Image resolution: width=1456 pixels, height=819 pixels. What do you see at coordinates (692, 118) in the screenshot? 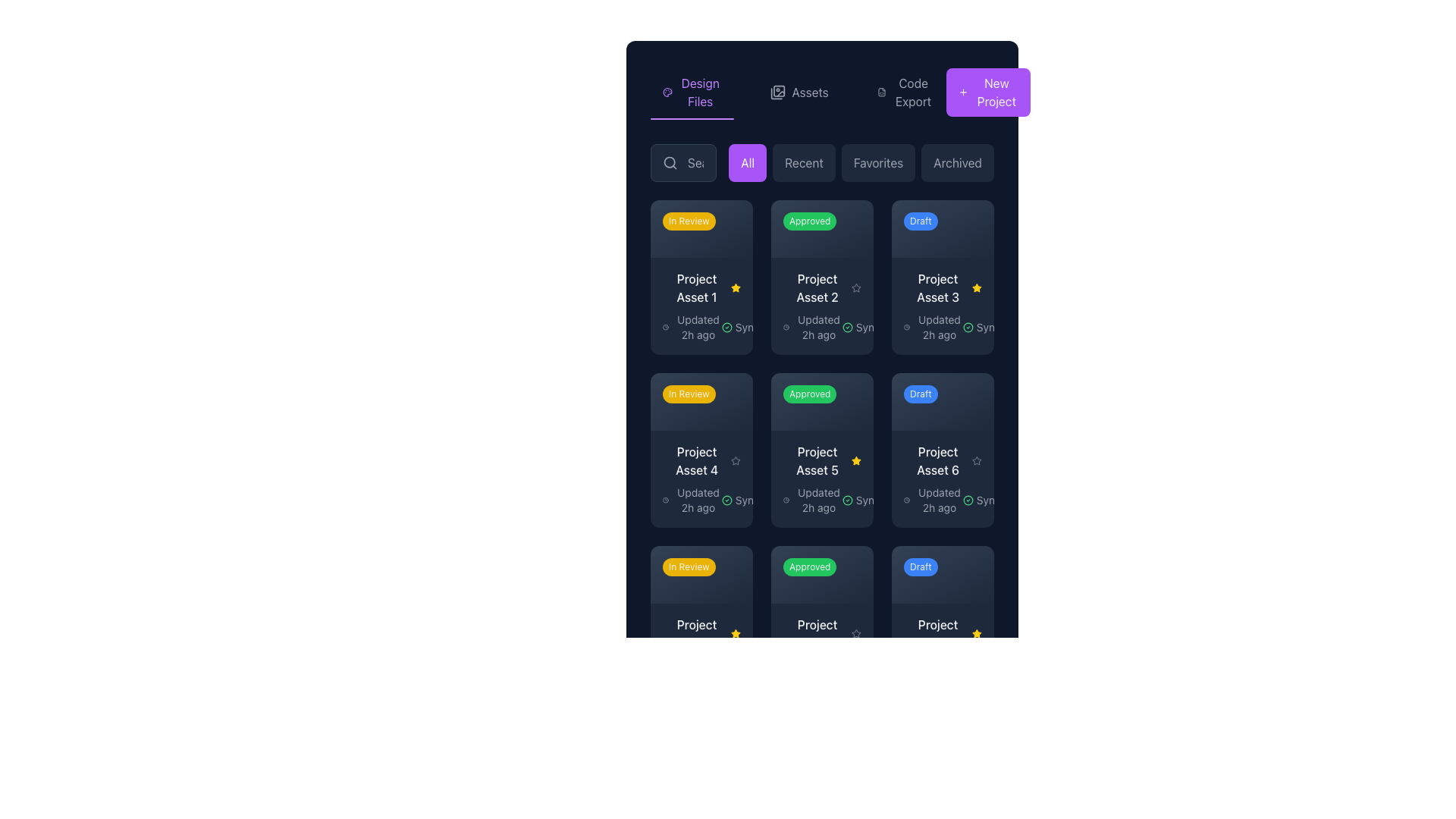
I see `the purple horizontal line indicator located at the bottom of the 'Design Files' navigation item` at bounding box center [692, 118].